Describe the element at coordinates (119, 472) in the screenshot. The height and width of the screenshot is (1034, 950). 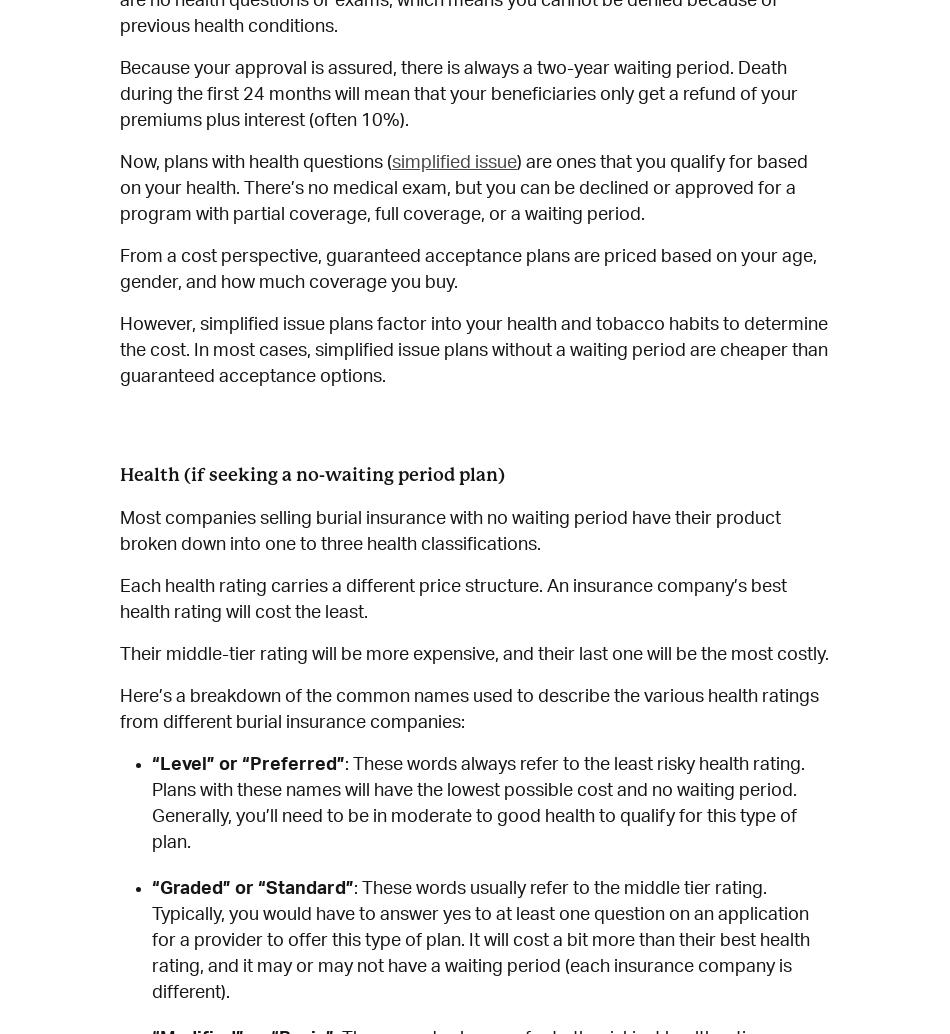
I see `'Health (if seeking a no-waiting period plan)'` at that location.